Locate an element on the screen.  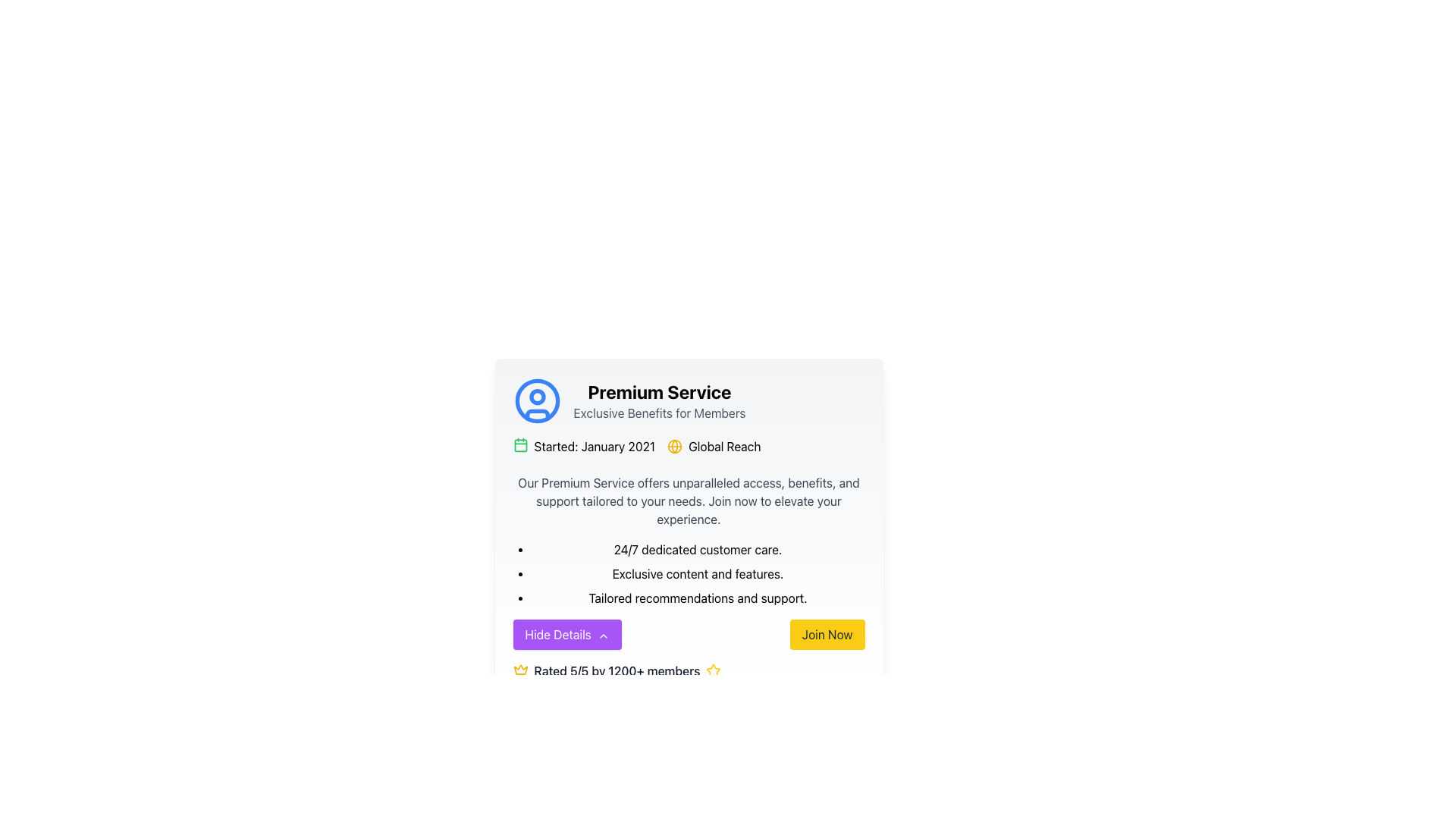
the non-interactive text element that summarizes user feedback or ratings, located centrally between a yellow star icon and a yellow crown icon, below the 'Hide Details' button is located at coordinates (617, 670).